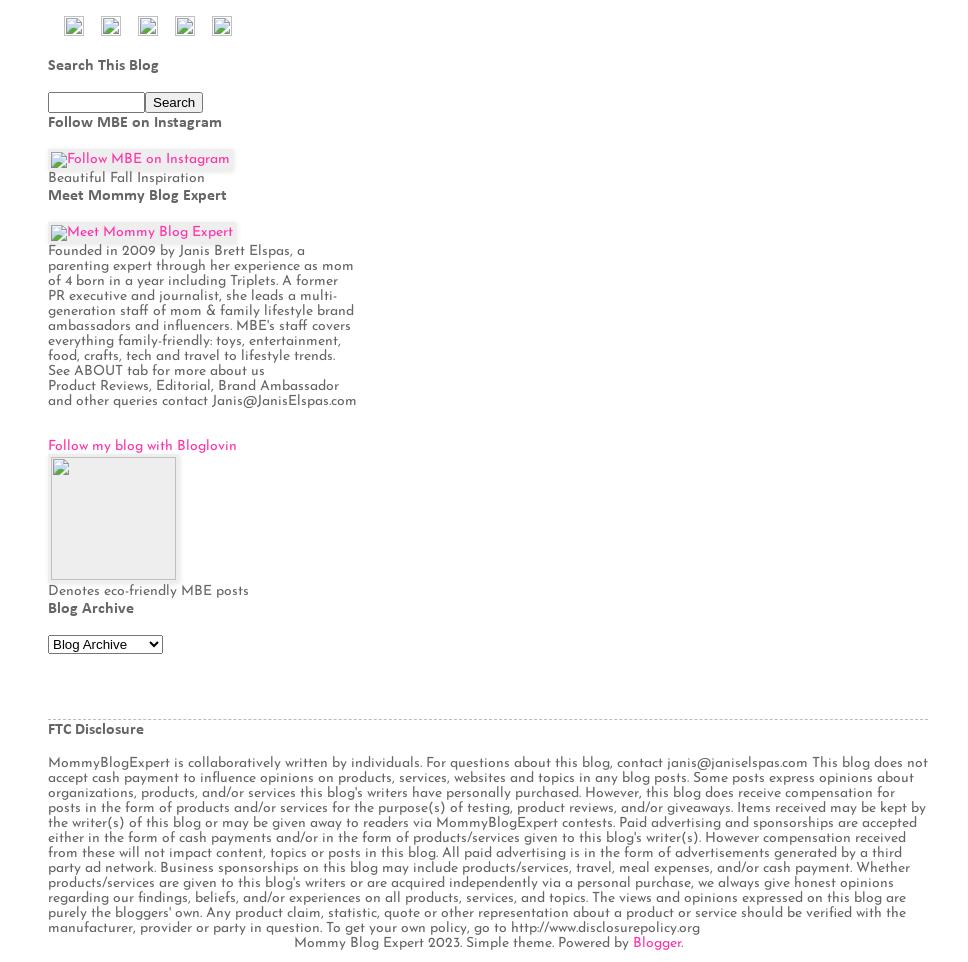 This screenshot has width=968, height=962. Describe the element at coordinates (461, 942) in the screenshot. I see `'Mommy Blog Expert 2023. Simple theme. Powered by'` at that location.